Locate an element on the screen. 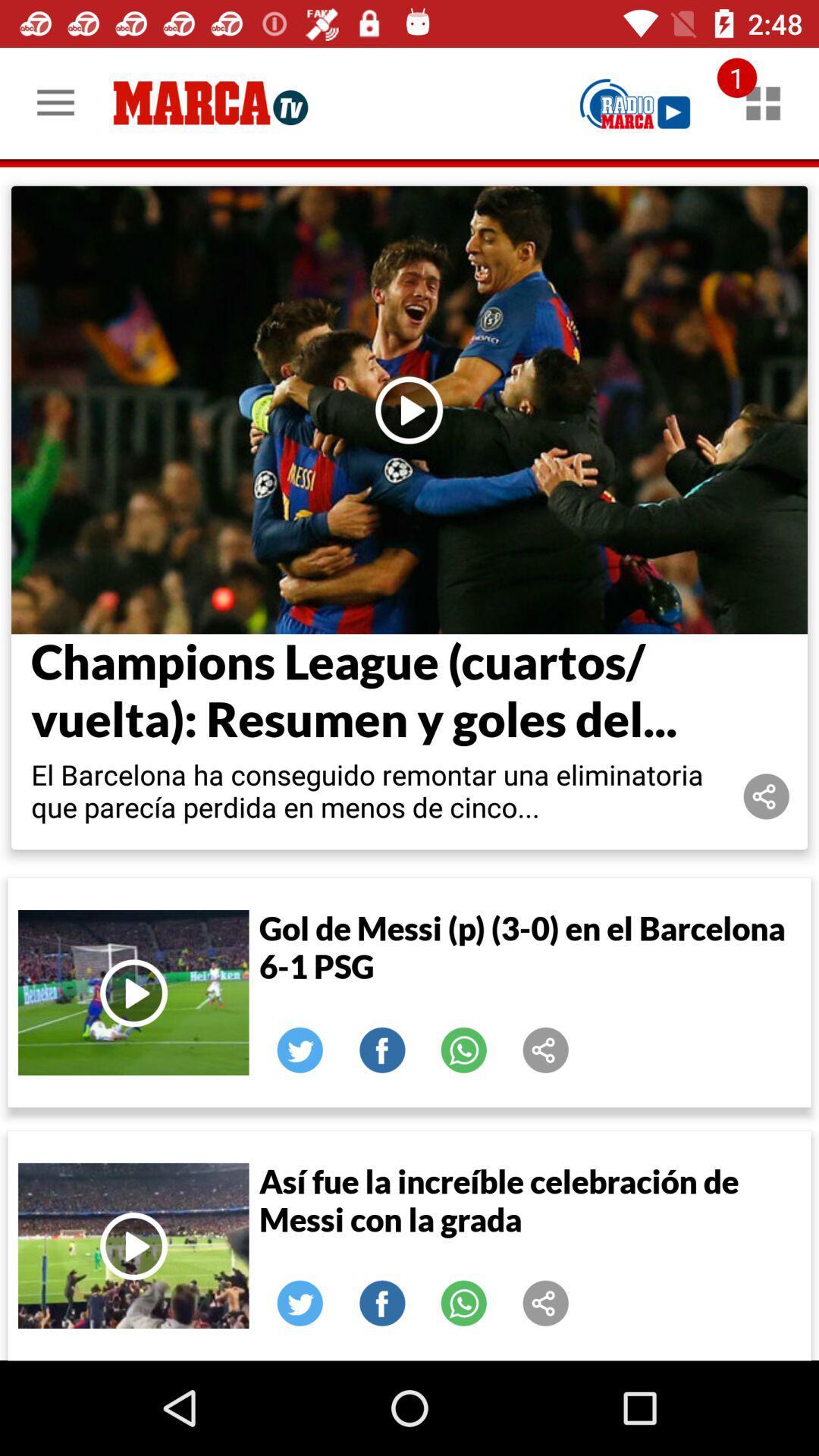 The image size is (819, 1456). share video on twitter is located at coordinates (300, 1050).